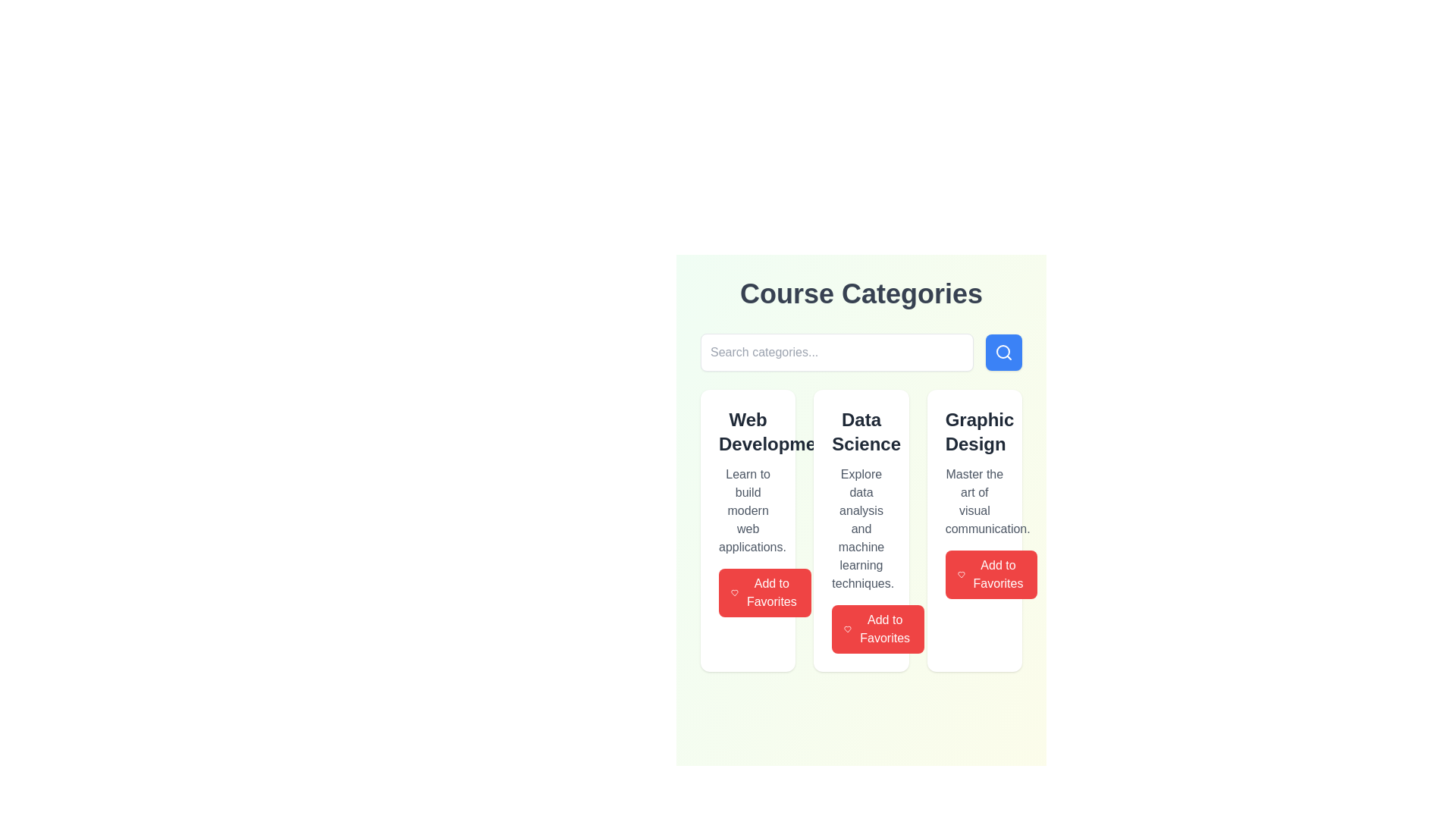 The width and height of the screenshot is (1456, 819). I want to click on the 'Add to Favorites' button with a red background located at the bottom of the 'Web Development' card, so click(764, 592).